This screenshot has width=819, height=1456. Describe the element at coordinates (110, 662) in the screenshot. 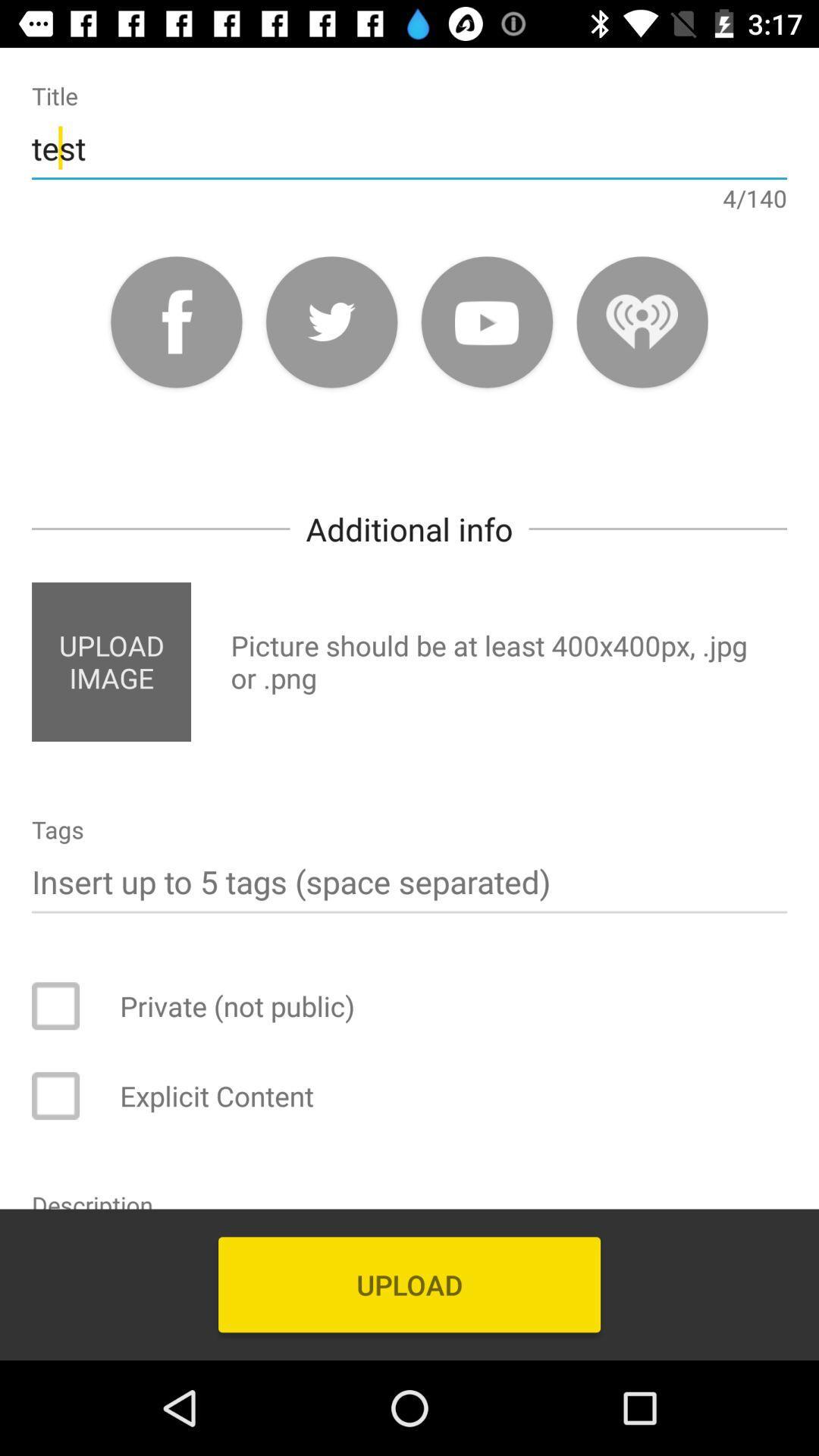

I see `the upload image` at that location.